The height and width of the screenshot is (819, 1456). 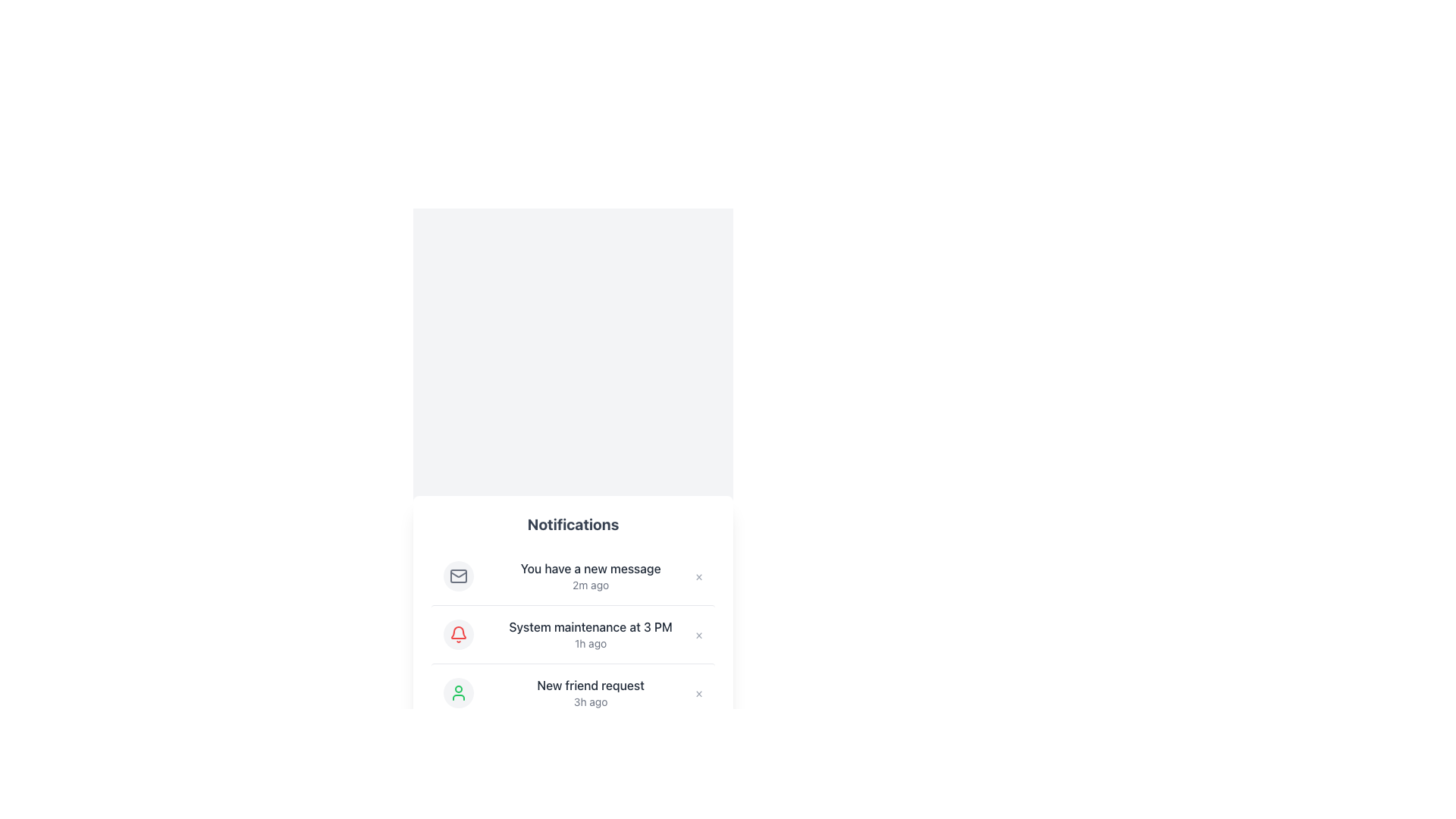 What do you see at coordinates (590, 584) in the screenshot?
I see `the text element displaying '2m ago' which is styled in a smaller, lighter gray font and located immediately below the 'You have a new message' text in the notification section` at bounding box center [590, 584].